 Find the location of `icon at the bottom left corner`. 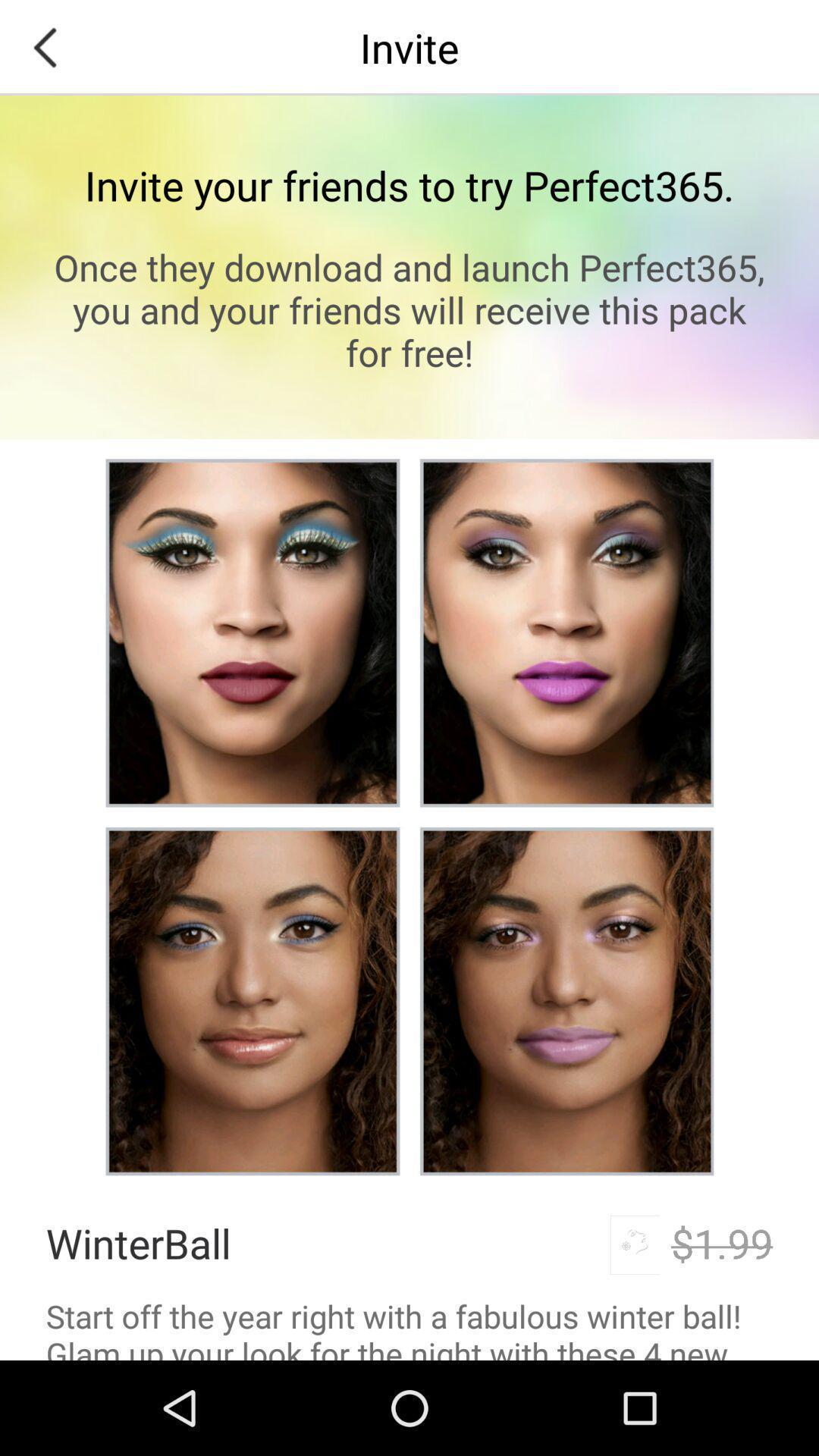

icon at the bottom left corner is located at coordinates (138, 1243).